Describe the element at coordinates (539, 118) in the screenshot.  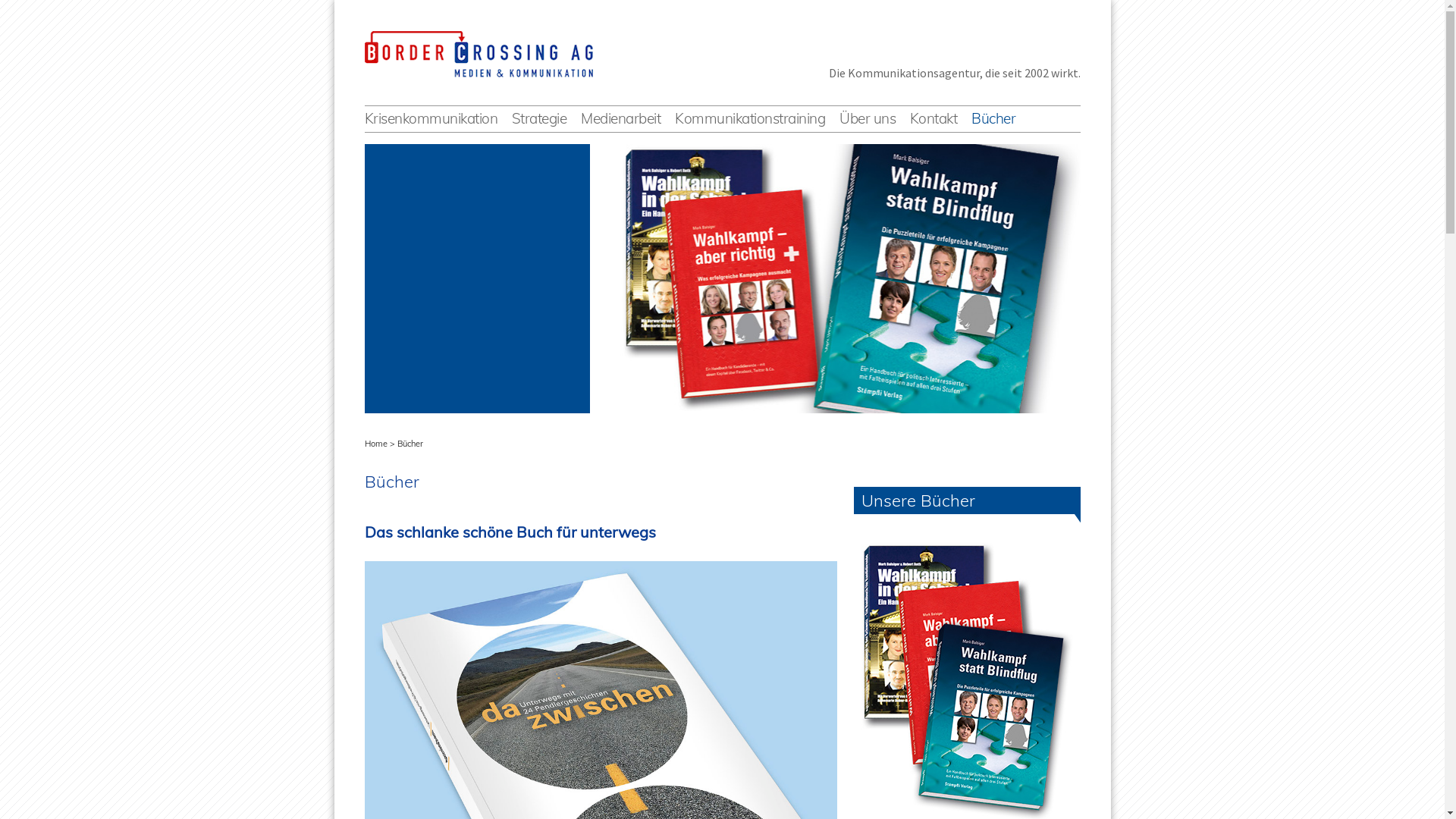
I see `'Strategie'` at that location.